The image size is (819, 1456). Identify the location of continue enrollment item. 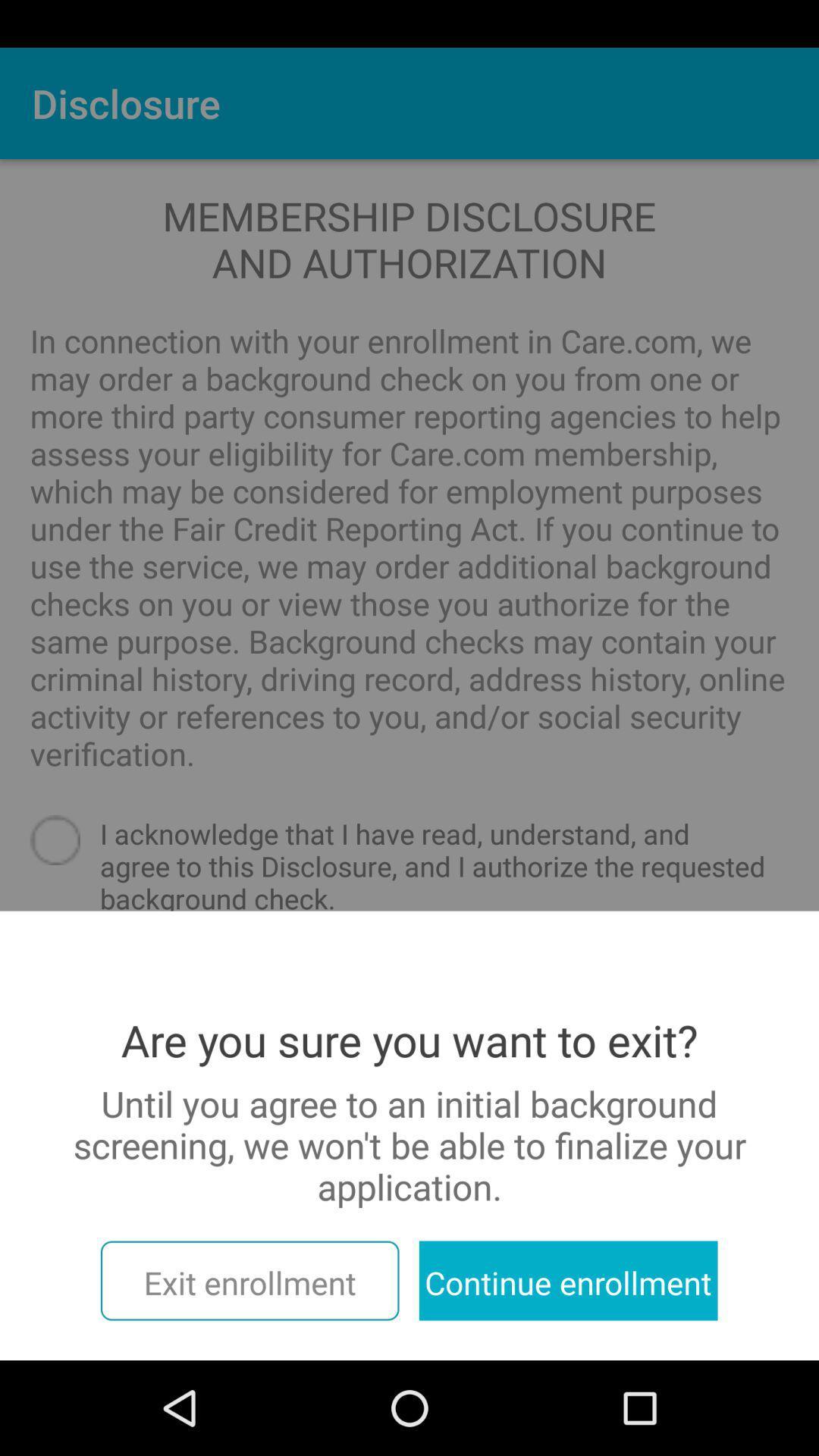
(568, 1280).